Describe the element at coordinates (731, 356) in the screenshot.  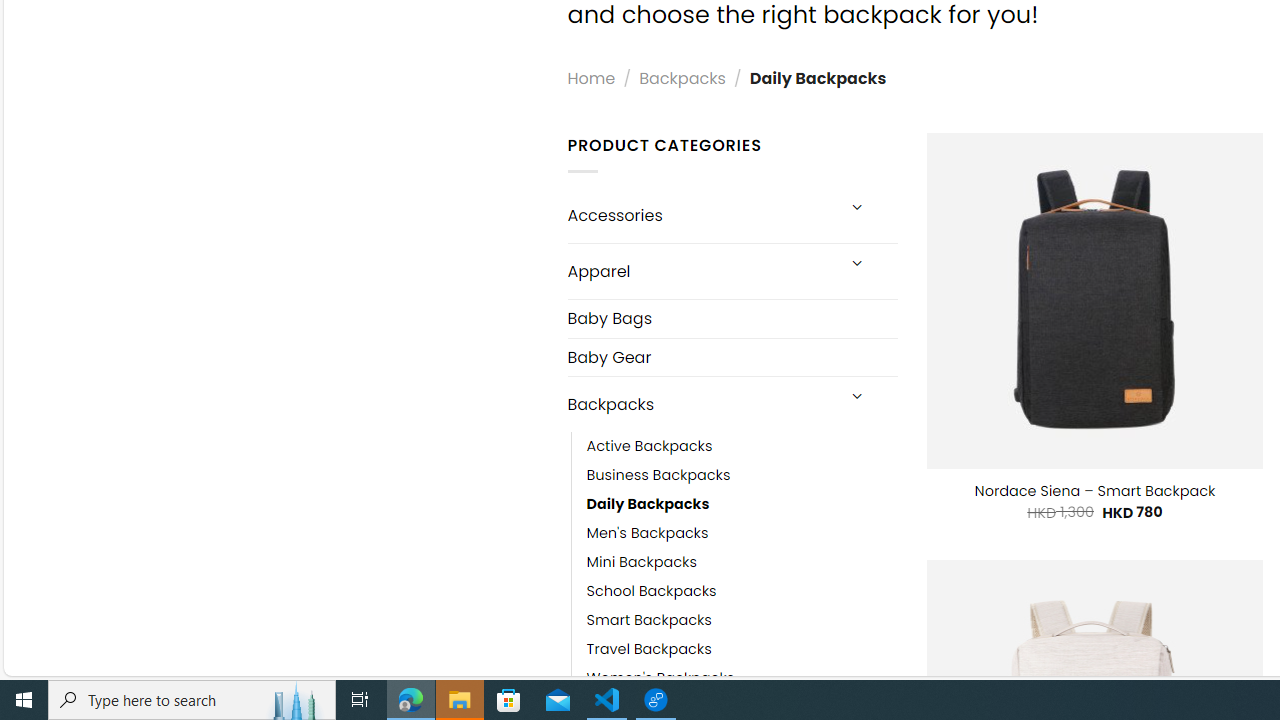
I see `'Baby Gear'` at that location.